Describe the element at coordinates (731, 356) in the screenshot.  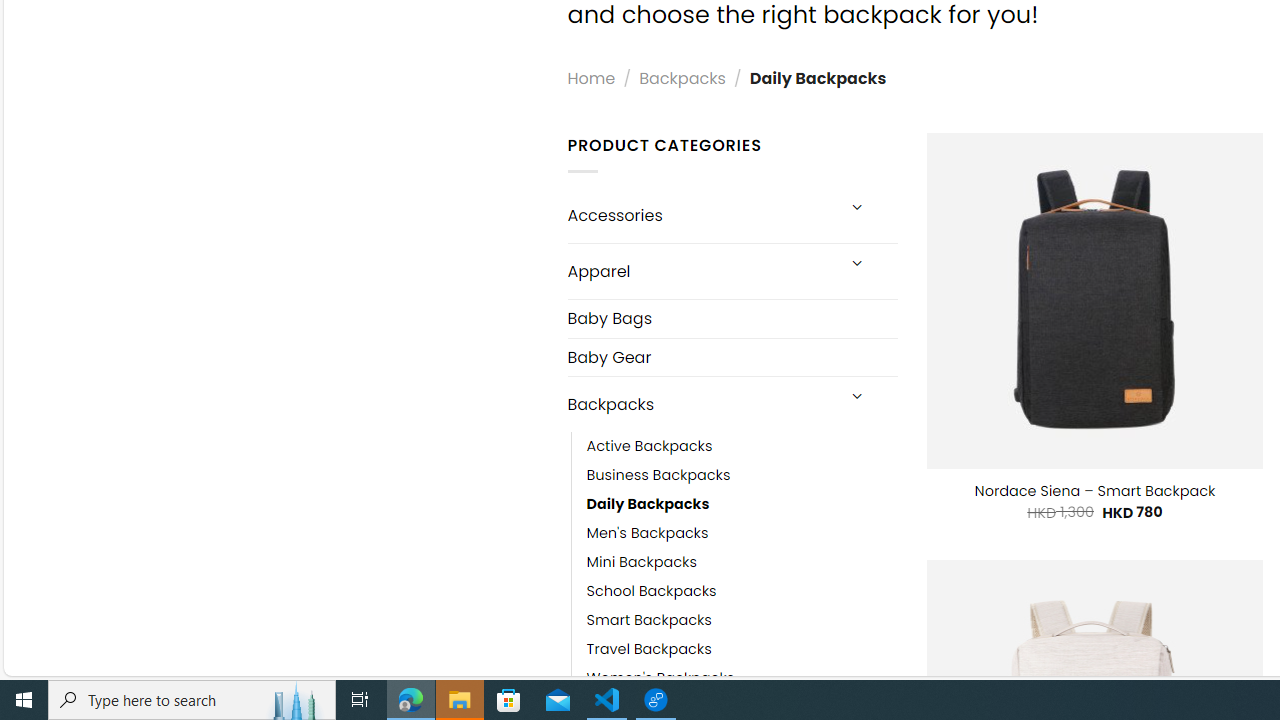
I see `'Baby Gear'` at that location.